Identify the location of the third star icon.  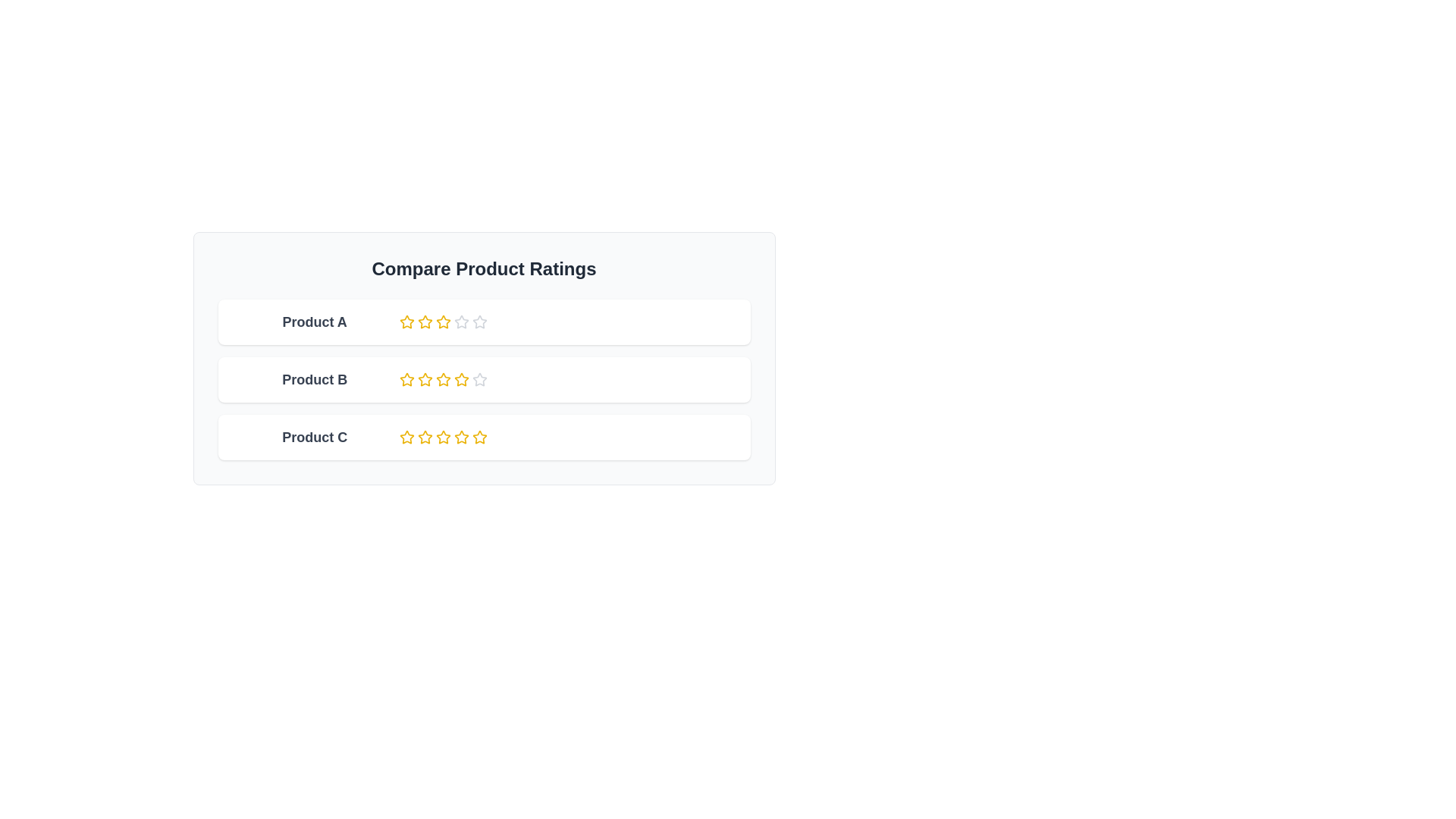
(460, 321).